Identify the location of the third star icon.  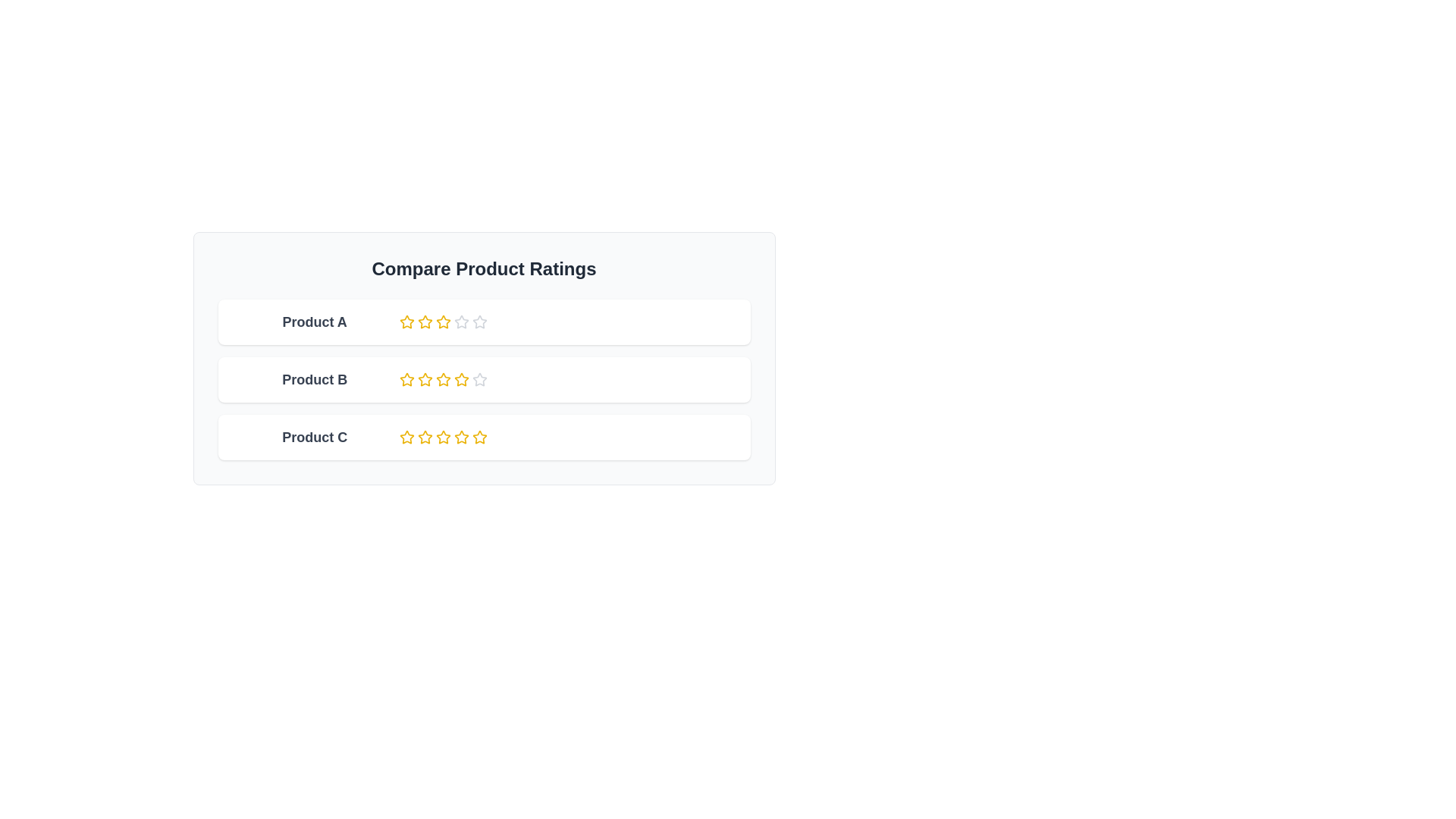
(460, 321).